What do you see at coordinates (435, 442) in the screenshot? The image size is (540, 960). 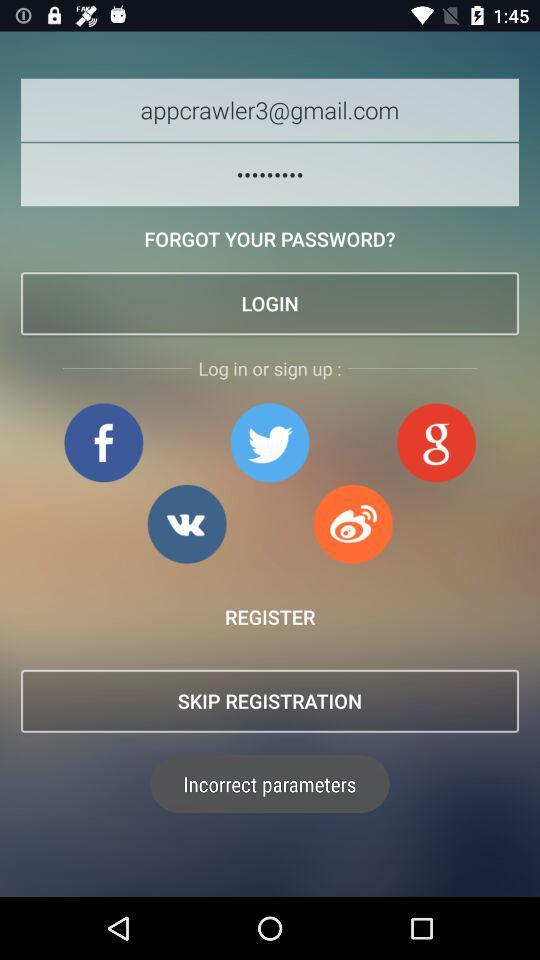 I see `google icon` at bounding box center [435, 442].